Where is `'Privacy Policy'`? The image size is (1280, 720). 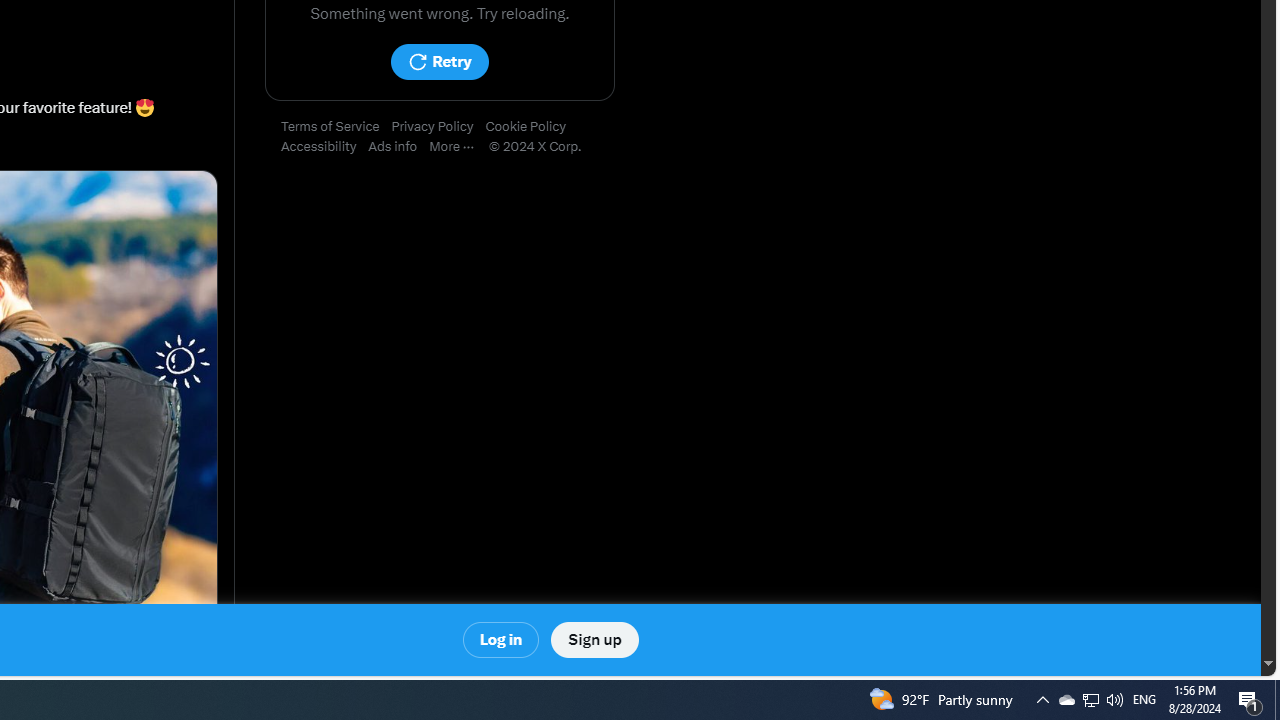
'Privacy Policy' is located at coordinates (437, 127).